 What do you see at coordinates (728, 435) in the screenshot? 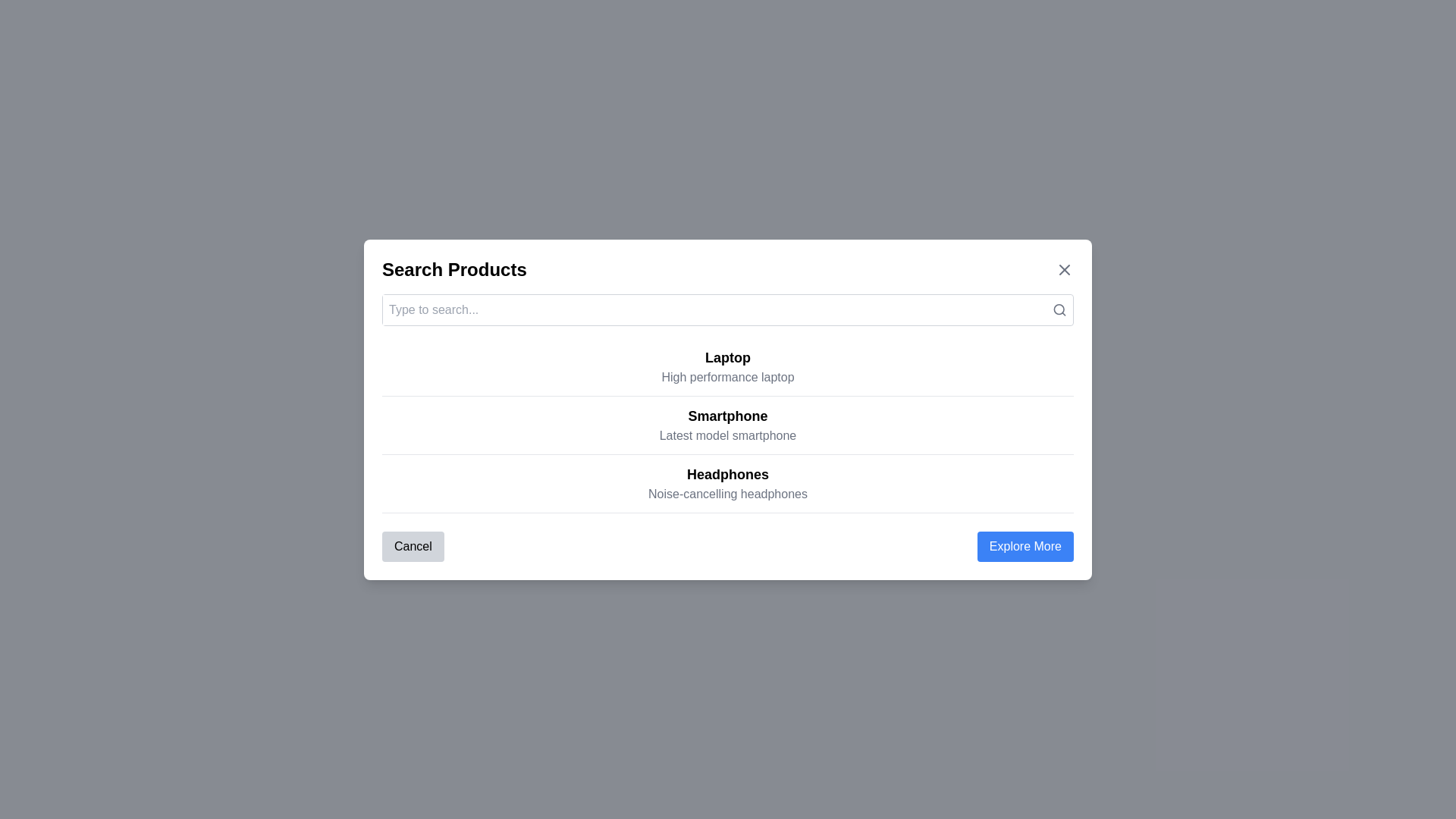
I see `the descriptive subtitle text label located below the title 'Smartphone' in the middle section of the interface` at bounding box center [728, 435].